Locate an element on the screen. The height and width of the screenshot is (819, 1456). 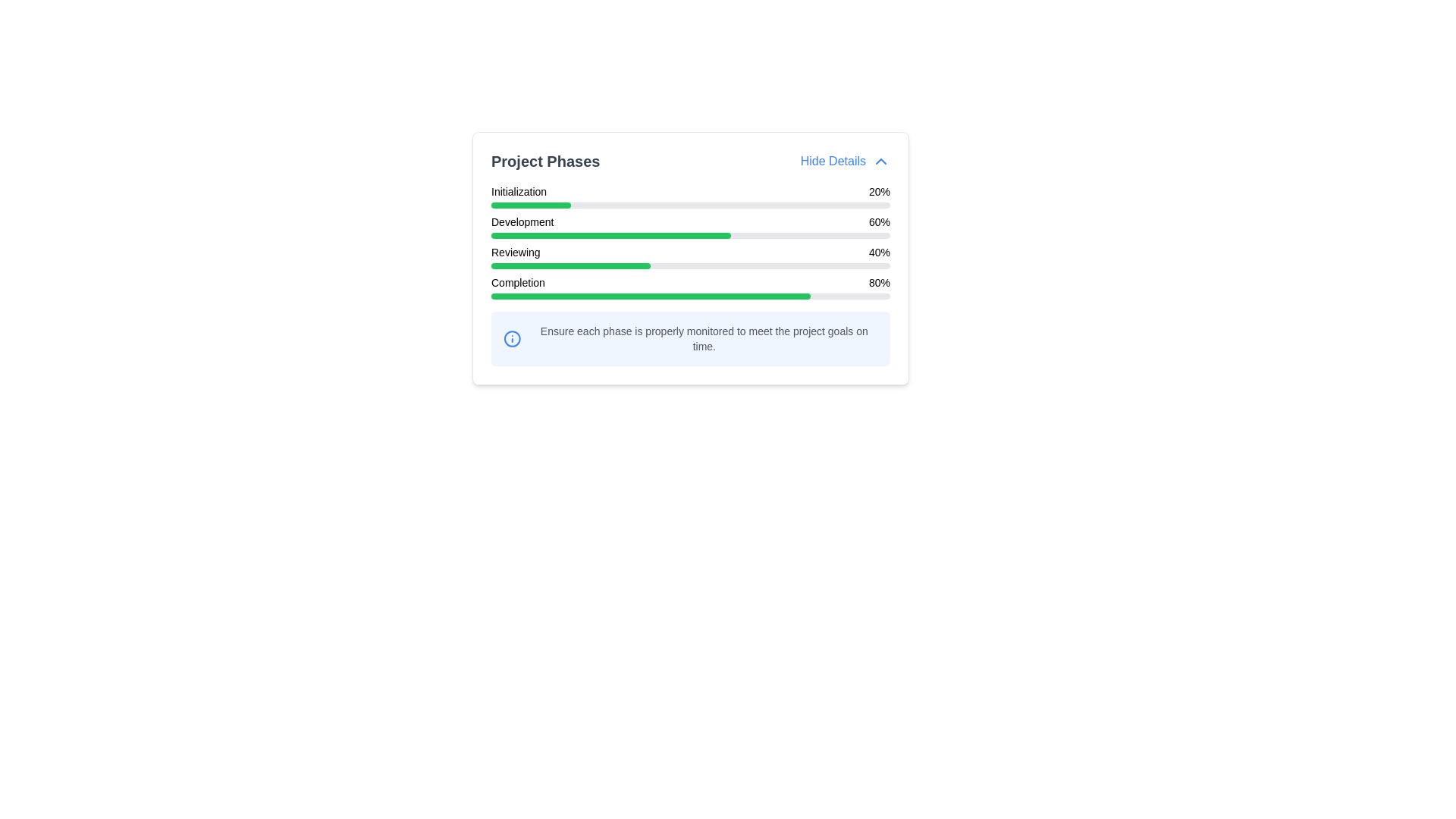
the 'Hide Details' link styled in blue text with an upward arrow icon, positioned to the right of the 'Project Phases' title text, to trigger its hover-state is located at coordinates (844, 161).